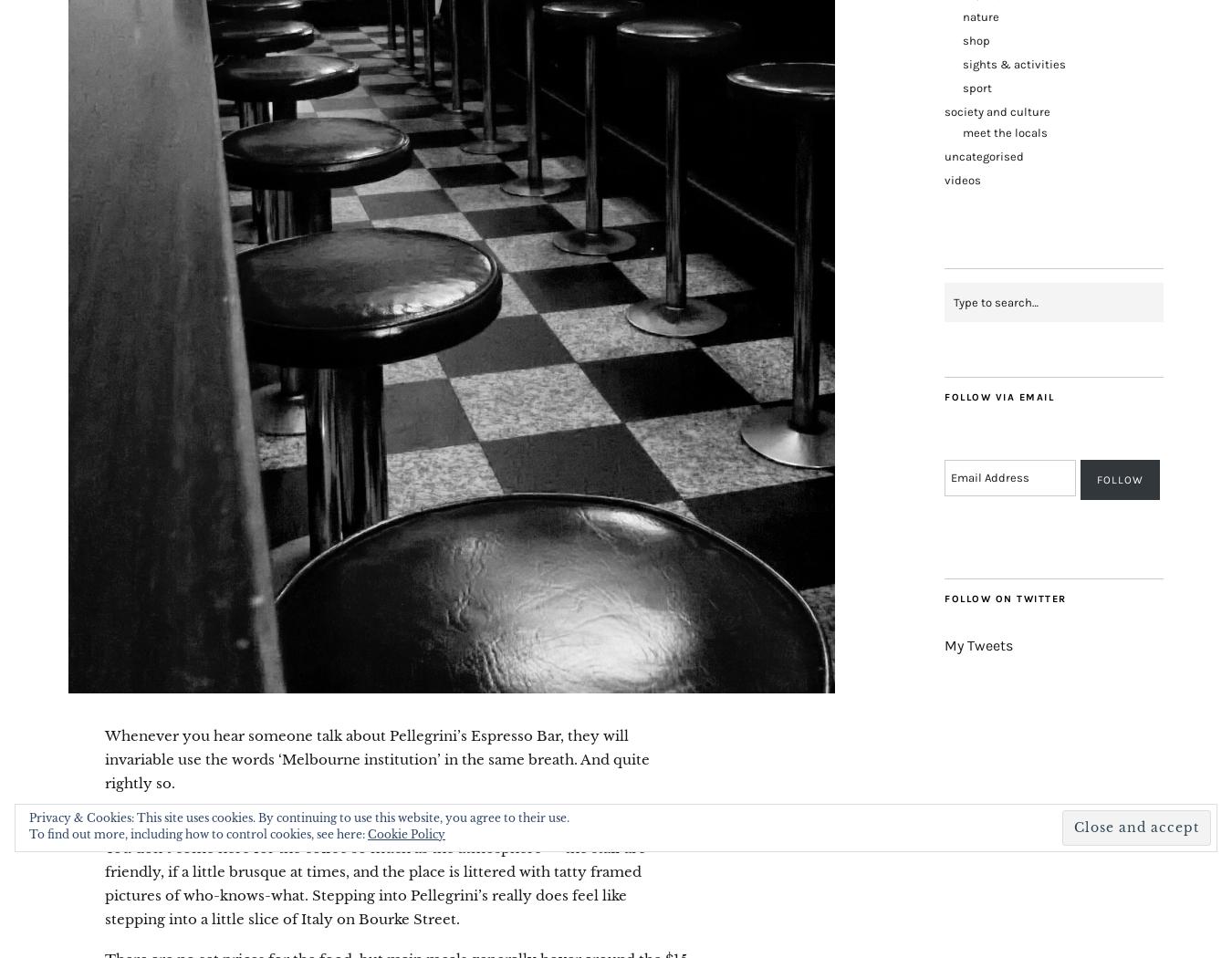 This screenshot has height=958, width=1232. Describe the element at coordinates (963, 179) in the screenshot. I see `'videos'` at that location.